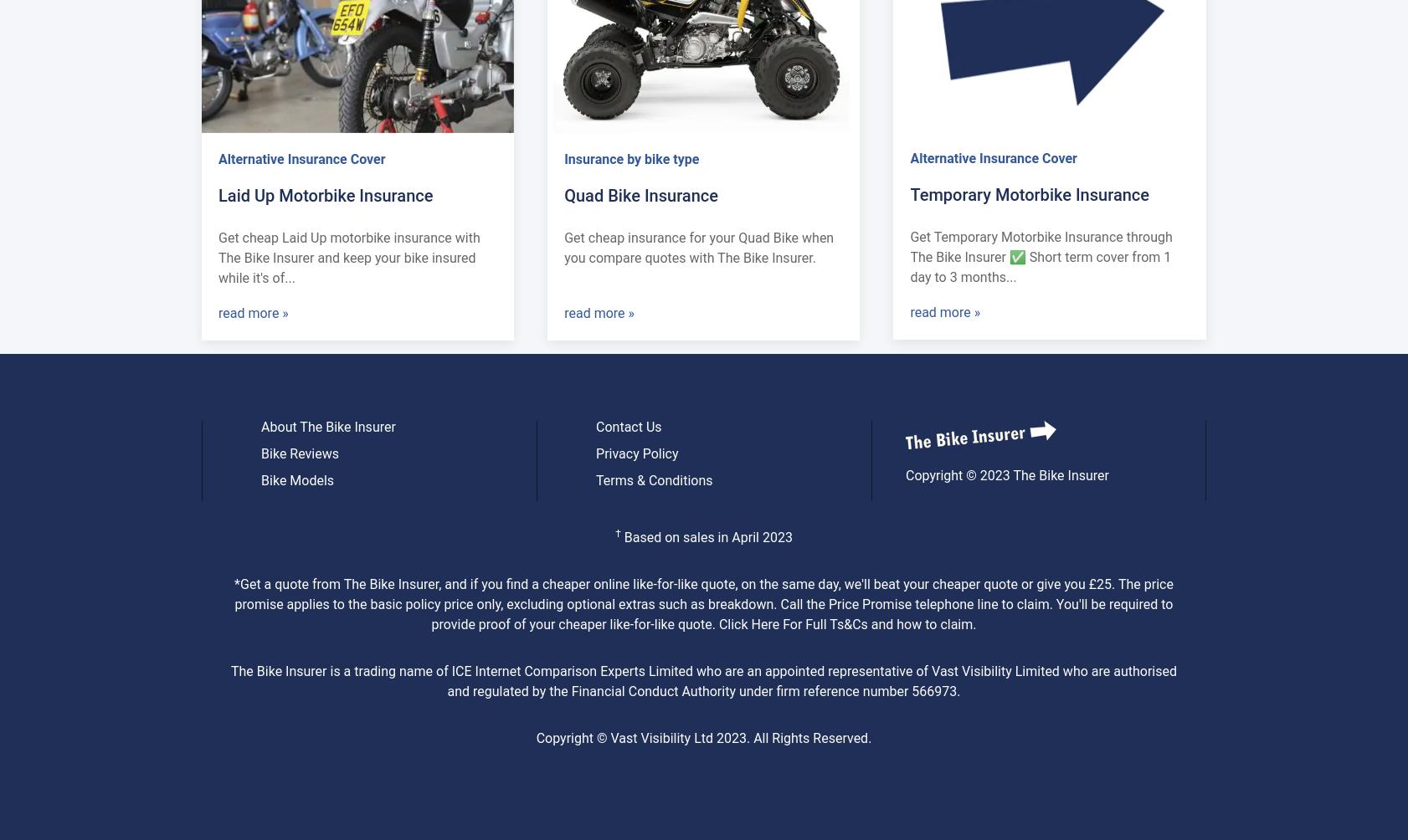 This screenshot has height=840, width=1408. I want to click on 'Temporary Motorbike Insurance', so click(1029, 194).